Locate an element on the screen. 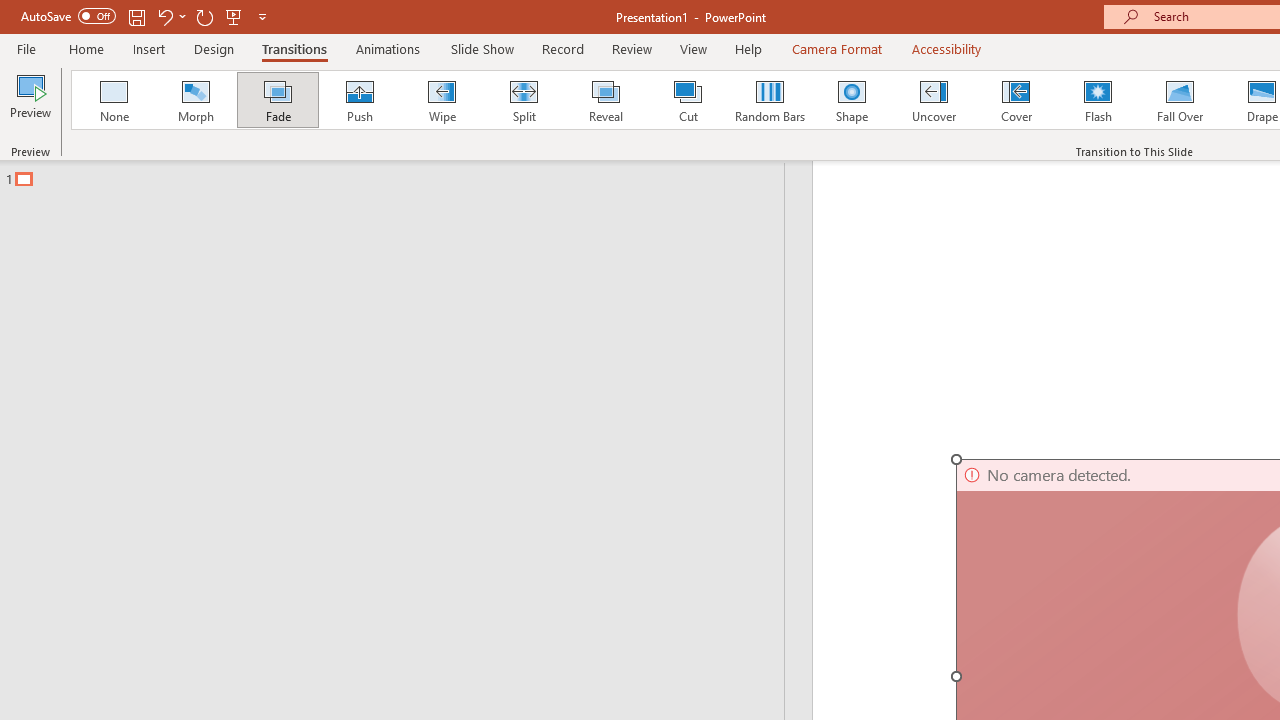 The width and height of the screenshot is (1280, 720). 'Push' is located at coordinates (359, 100).